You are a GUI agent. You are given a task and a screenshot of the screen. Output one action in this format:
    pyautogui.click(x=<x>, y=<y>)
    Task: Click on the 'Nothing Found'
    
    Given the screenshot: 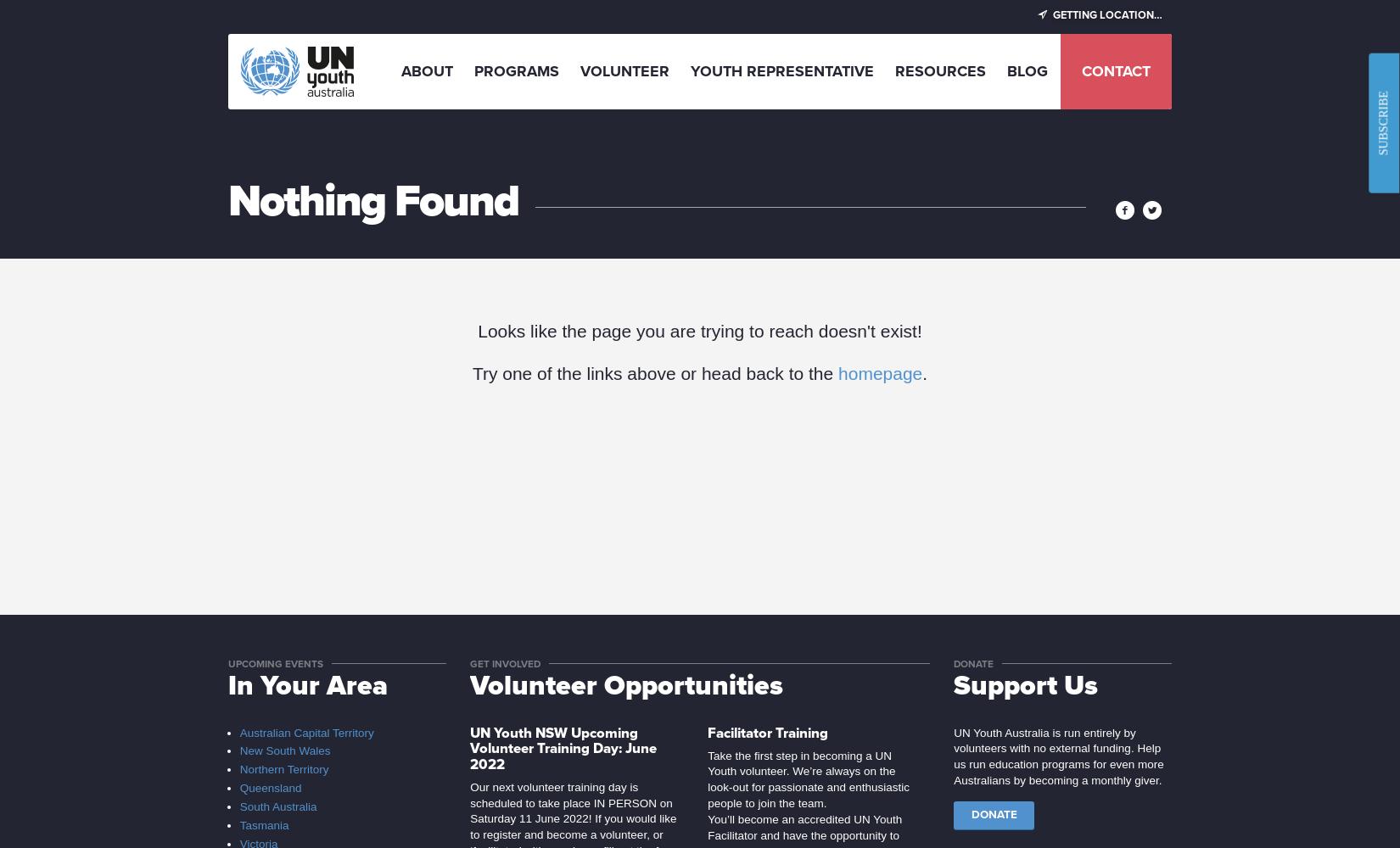 What is the action you would take?
    pyautogui.click(x=372, y=200)
    